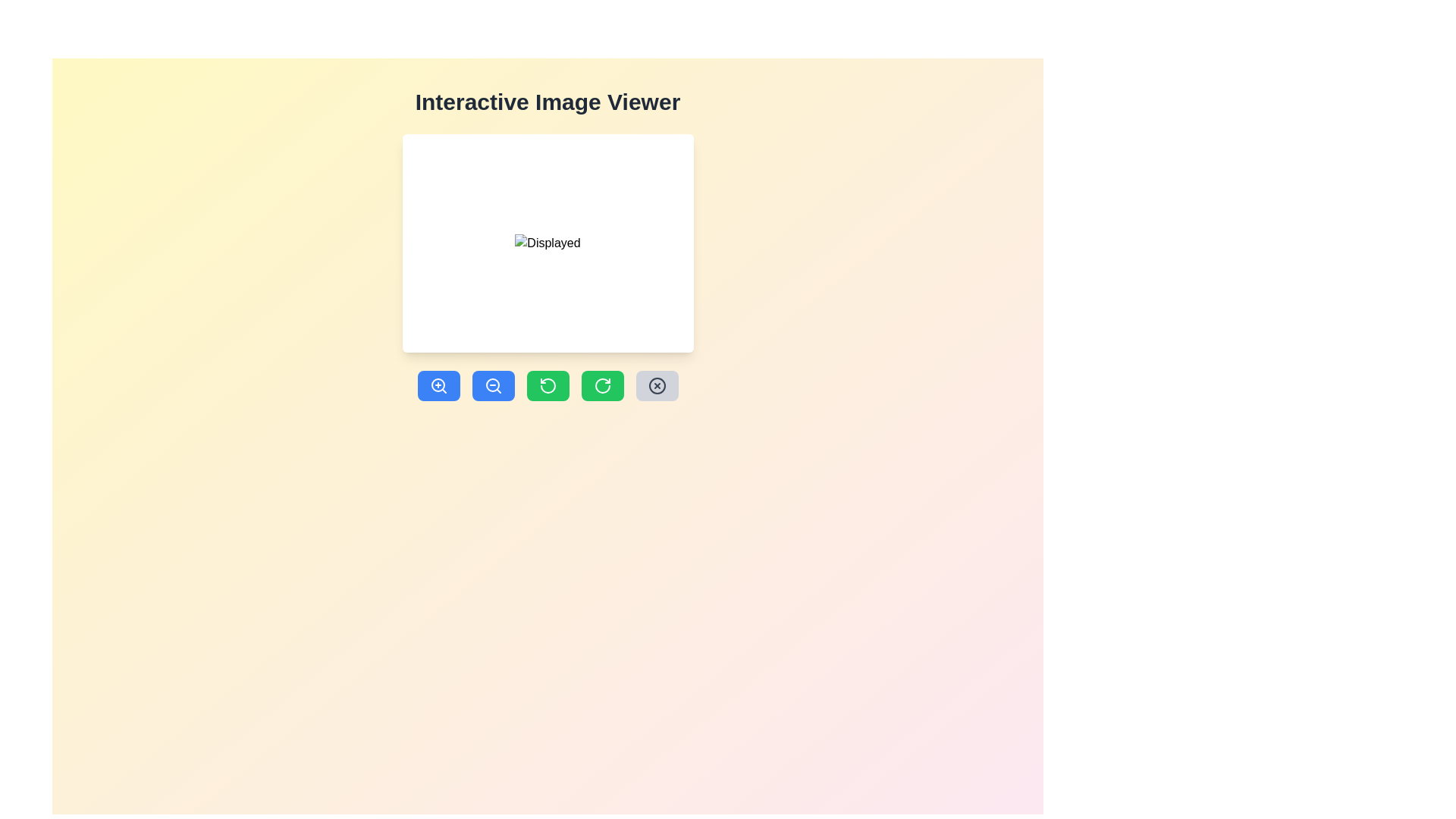 The width and height of the screenshot is (1456, 819). What do you see at coordinates (657, 385) in the screenshot?
I see `the gray button with rounded corners containing an 'X' symbol inside a circle, which is the sixth button in a horizontal row beneath the 'Interactive Image Viewer'` at bounding box center [657, 385].